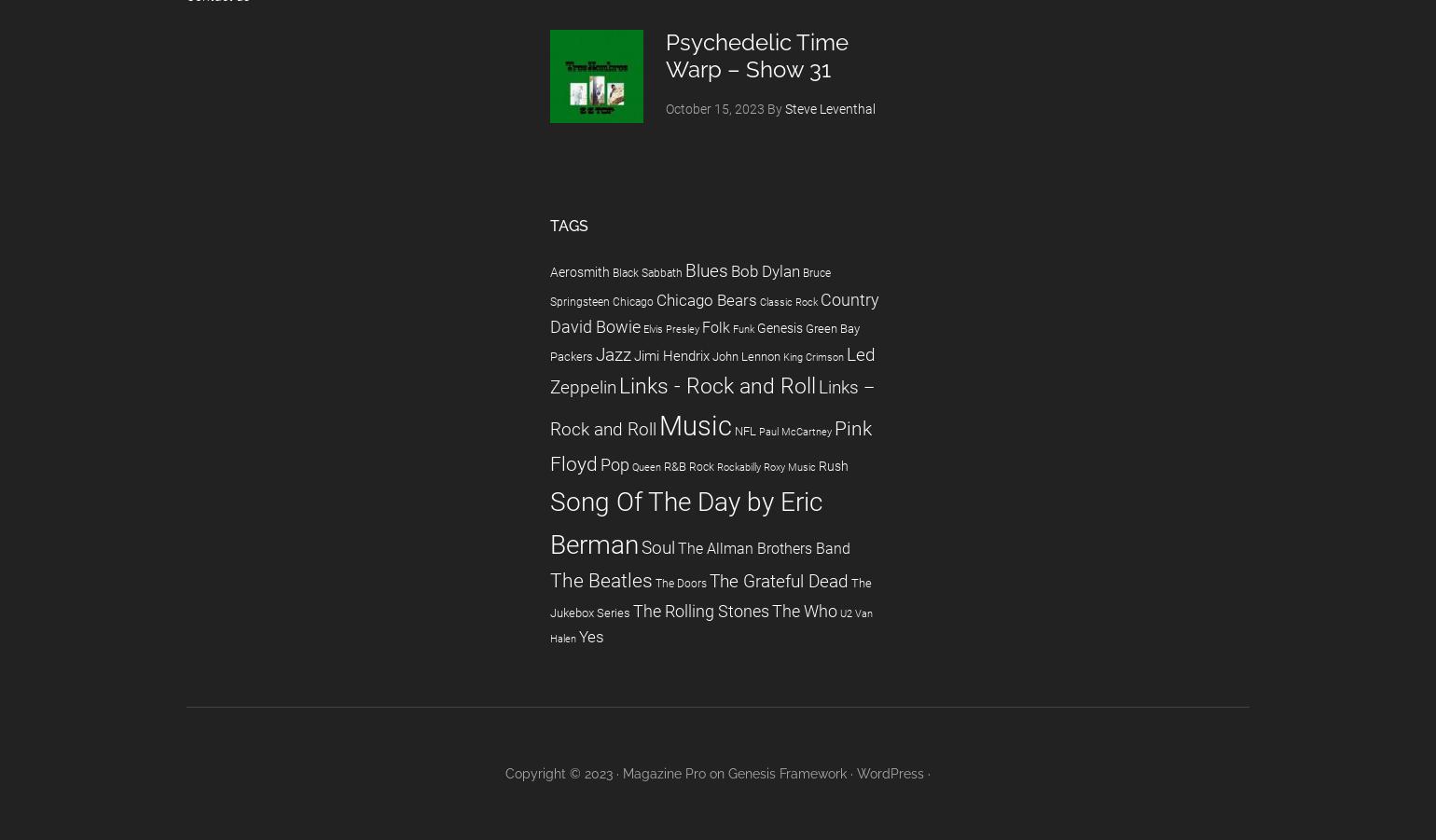 This screenshot has width=1436, height=840. Describe the element at coordinates (706, 299) in the screenshot. I see `'Chicago Bears'` at that location.